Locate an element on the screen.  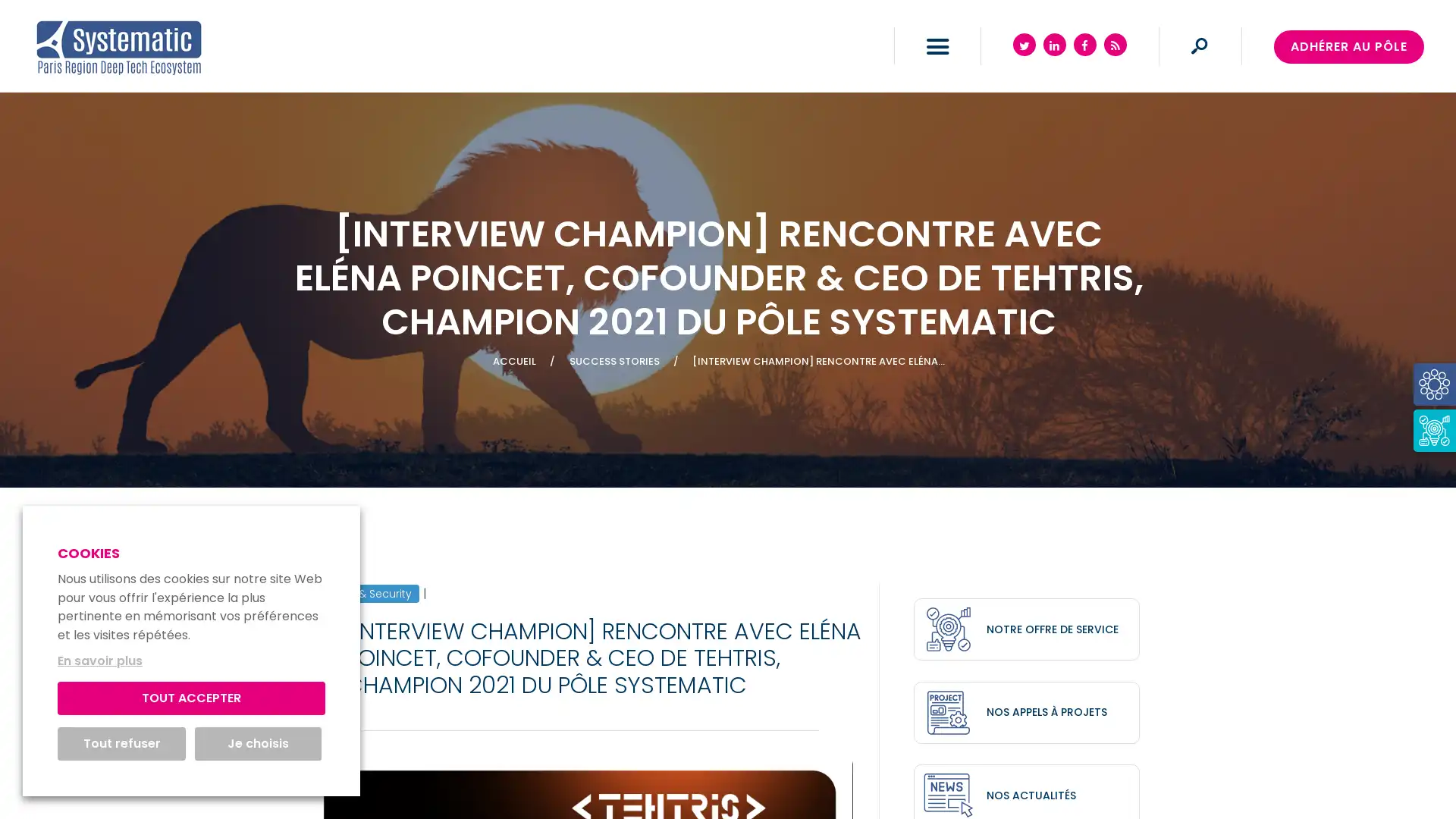
Tout refuser is located at coordinates (121, 742).